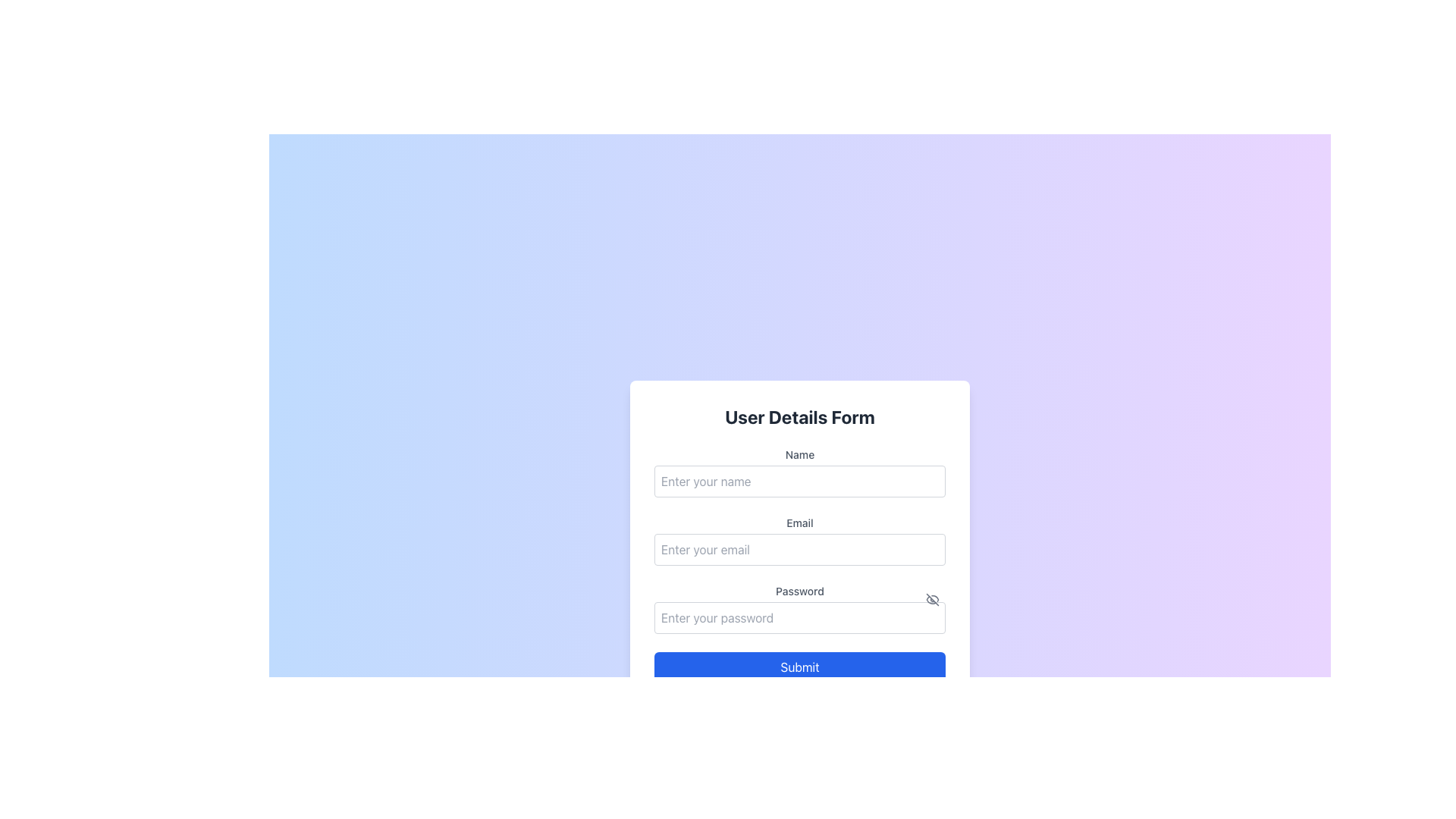  Describe the element at coordinates (799, 417) in the screenshot. I see `the 'User Details Form' text block, which is a bold and large label styled in dark gray, located at the top of the form` at that location.